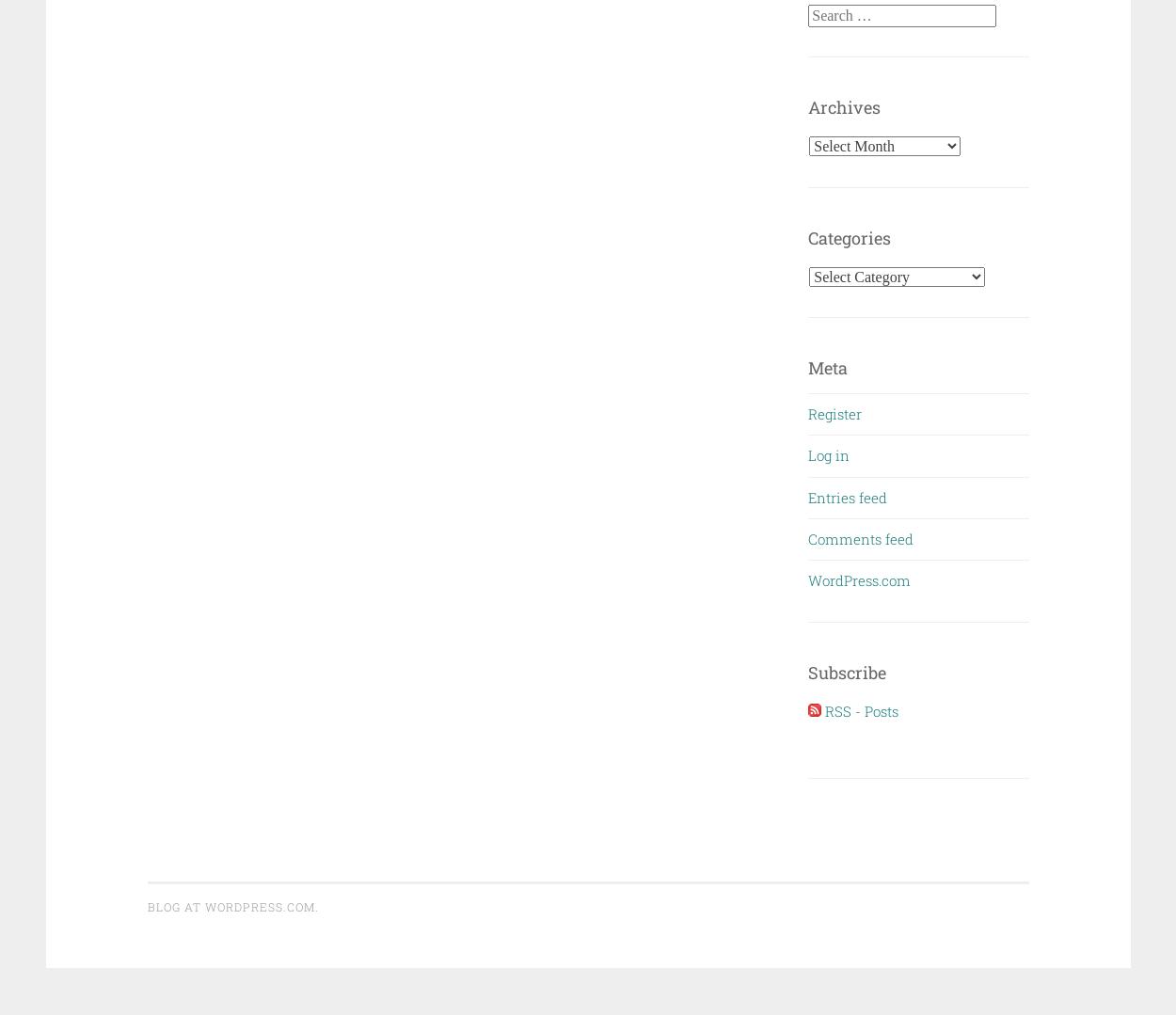 The image size is (1176, 1015). I want to click on 'RSS - Posts', so click(862, 710).